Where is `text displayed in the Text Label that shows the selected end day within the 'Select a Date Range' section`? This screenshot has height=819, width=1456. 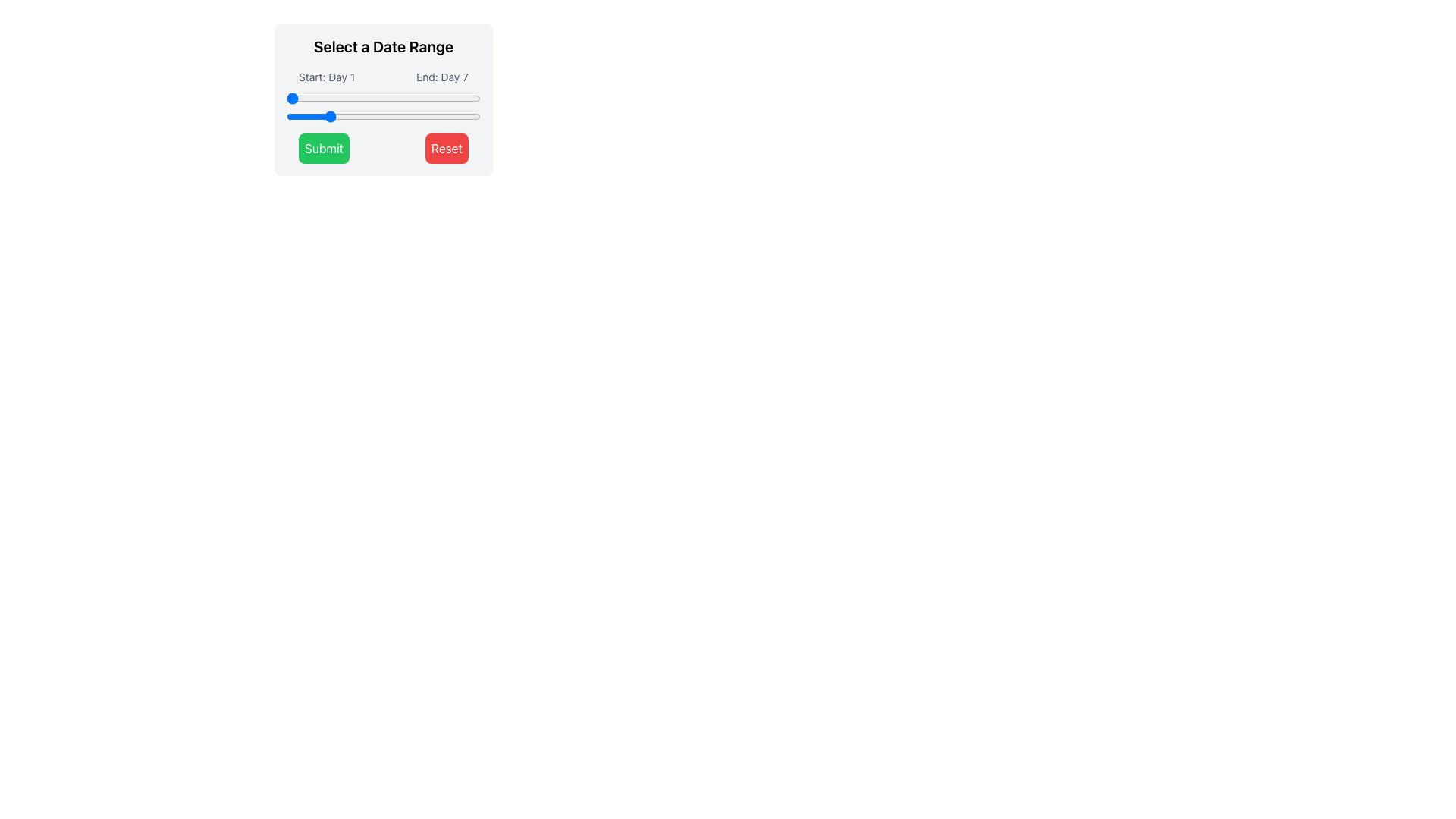
text displayed in the Text Label that shows the selected end day within the 'Select a Date Range' section is located at coordinates (441, 77).